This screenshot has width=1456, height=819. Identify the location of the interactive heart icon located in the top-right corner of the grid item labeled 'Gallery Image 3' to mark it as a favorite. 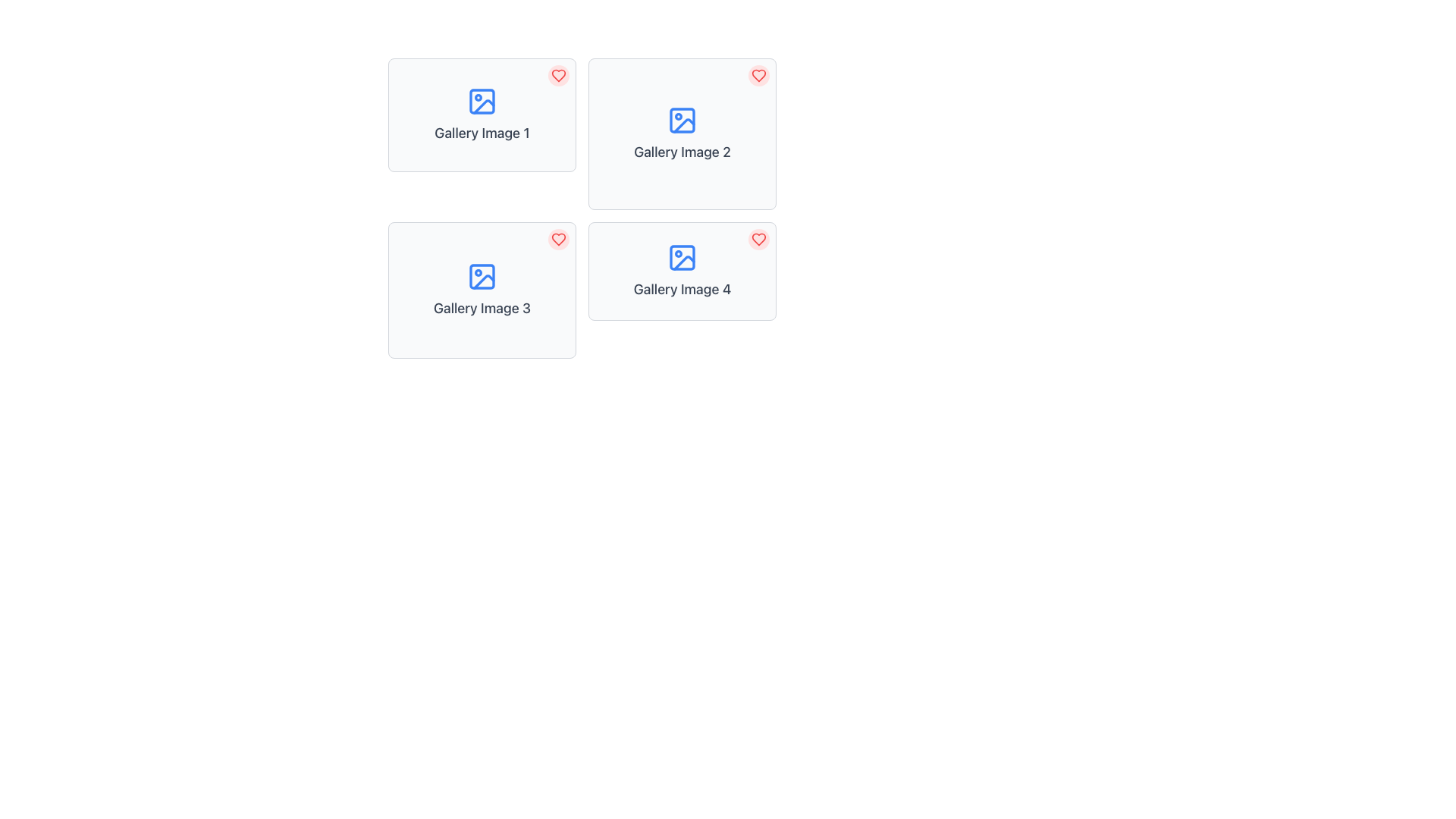
(558, 239).